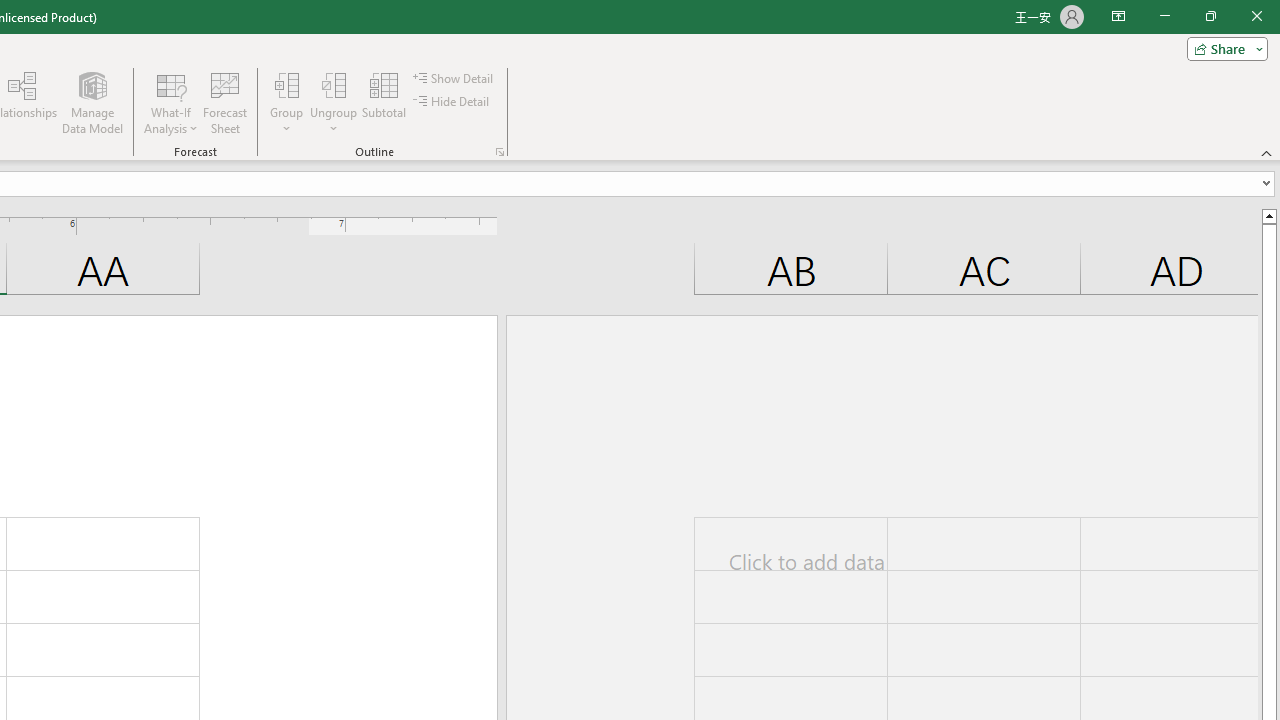 This screenshot has width=1280, height=720. I want to click on 'Share', so click(1222, 47).